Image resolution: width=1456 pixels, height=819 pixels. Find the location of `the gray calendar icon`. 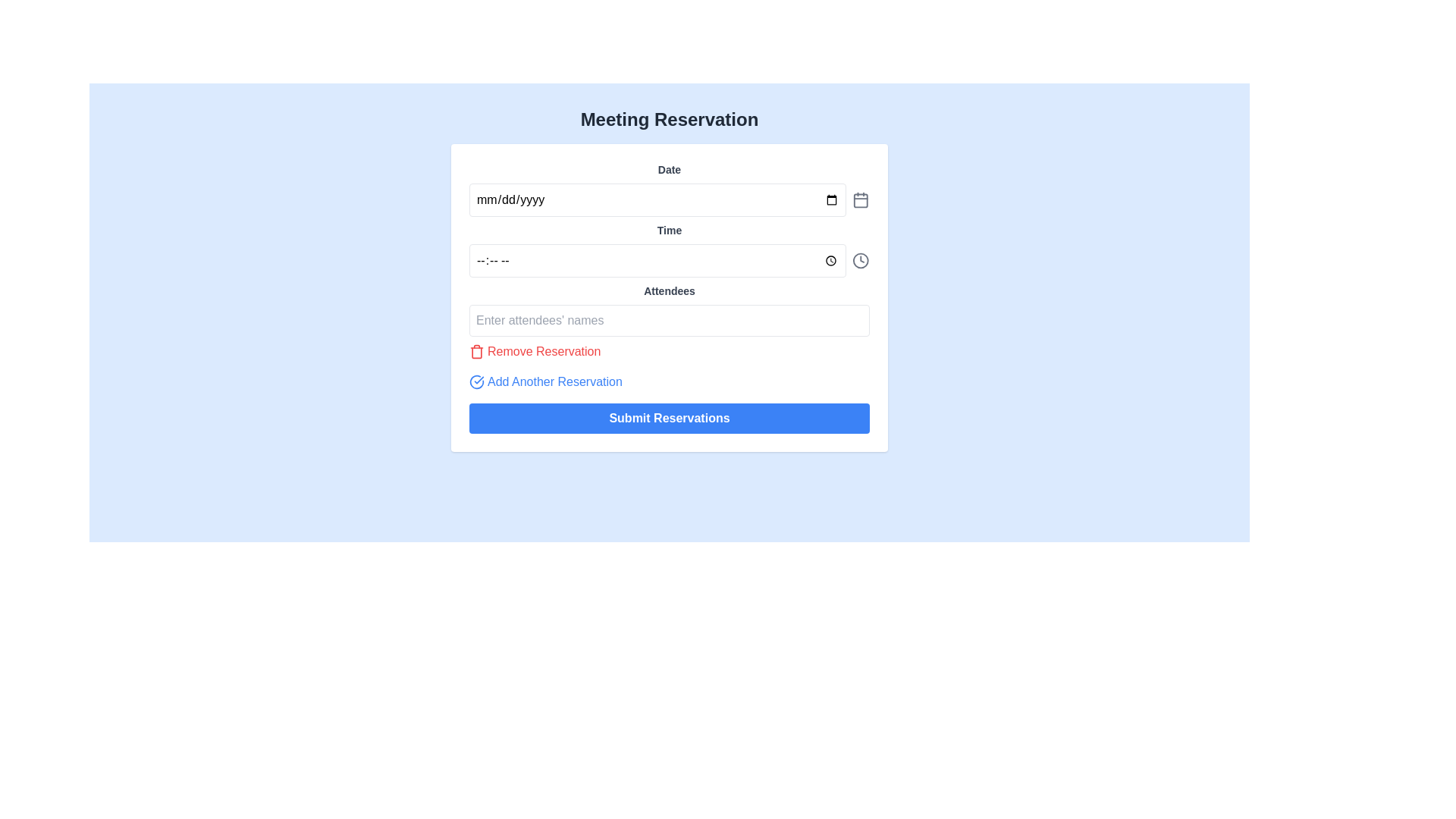

the gray calendar icon is located at coordinates (861, 199).